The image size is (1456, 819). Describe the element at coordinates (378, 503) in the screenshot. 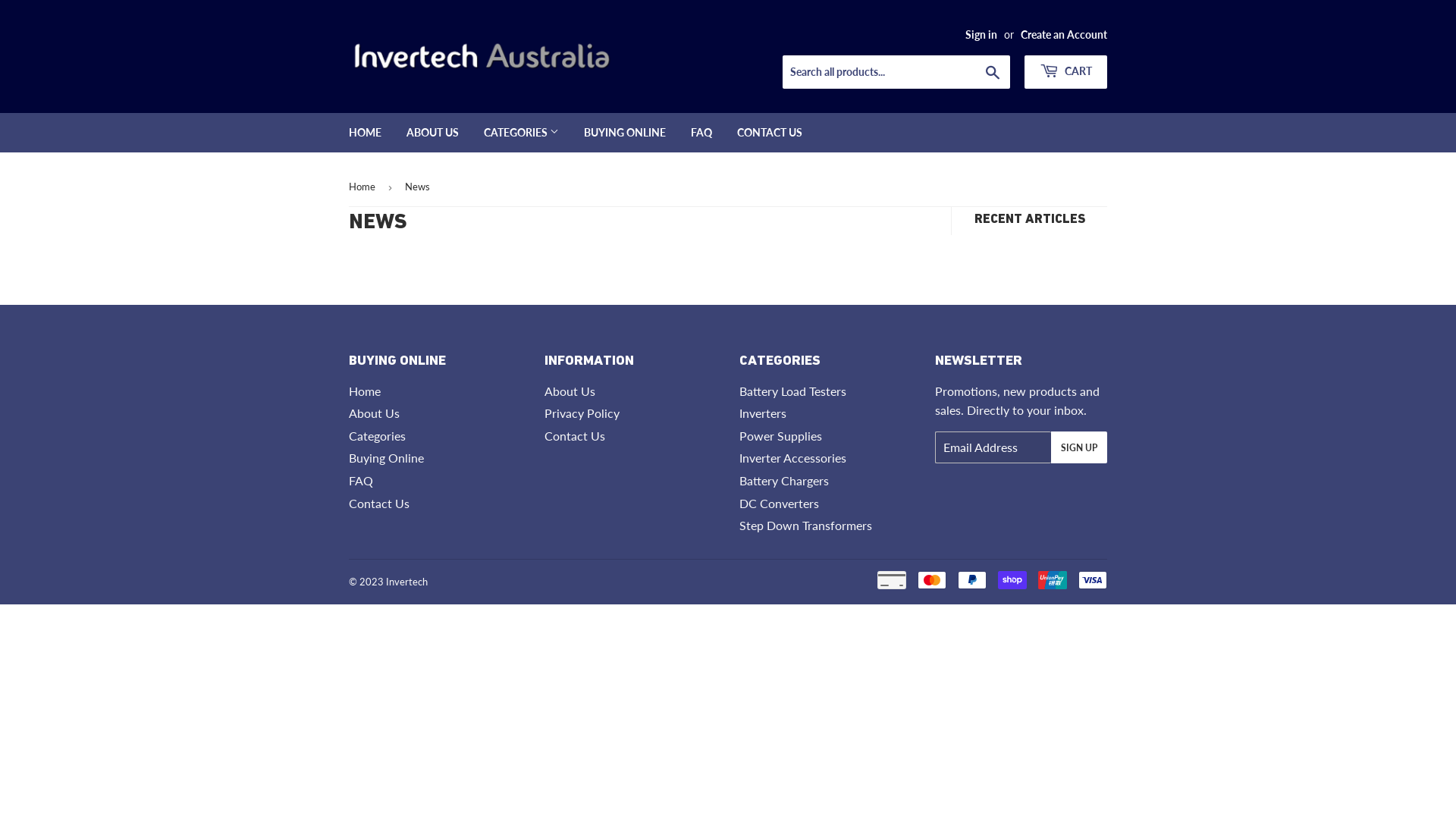

I see `'Contact Us'` at that location.